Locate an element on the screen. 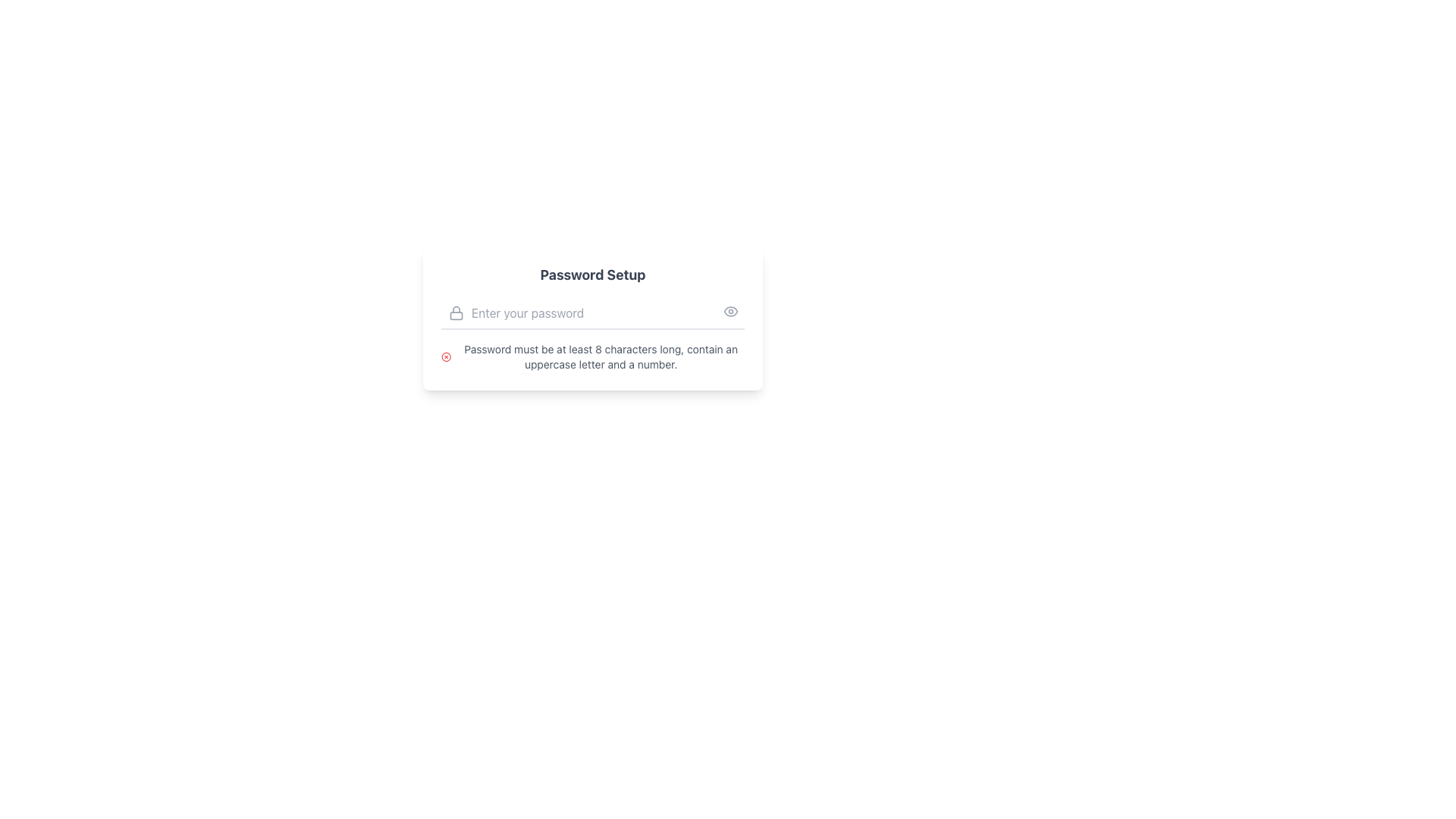 This screenshot has height=819, width=1456. the text element that states 'Password must be at least 8 characters long, contain an uppercase letter and a number.' which is styled in gray and located below the password input field is located at coordinates (592, 356).